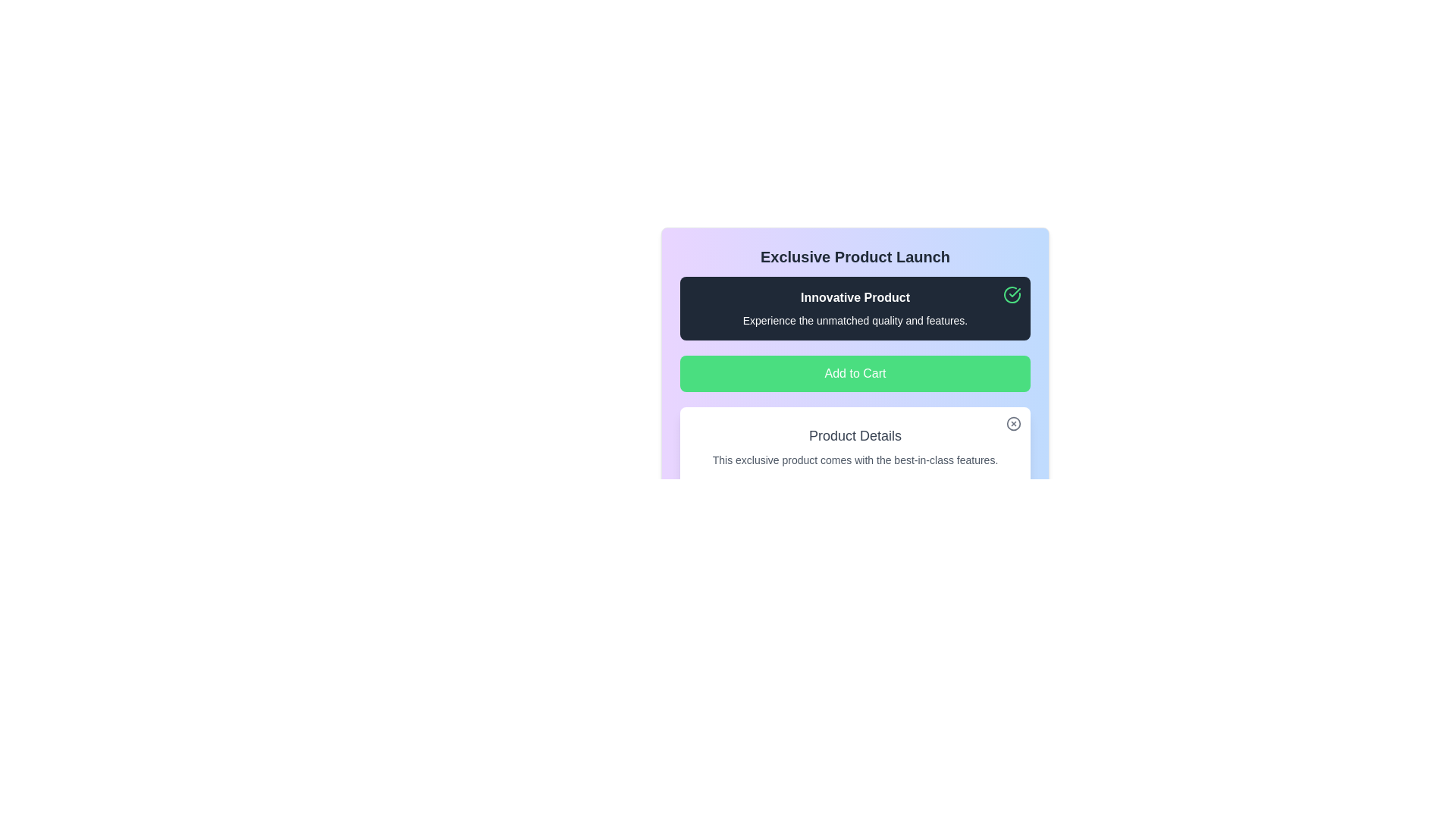  Describe the element at coordinates (855, 308) in the screenshot. I see `the informational panel with the dark gray background that contains the bold text 'Innovative Product' and a green checkmark icon` at that location.